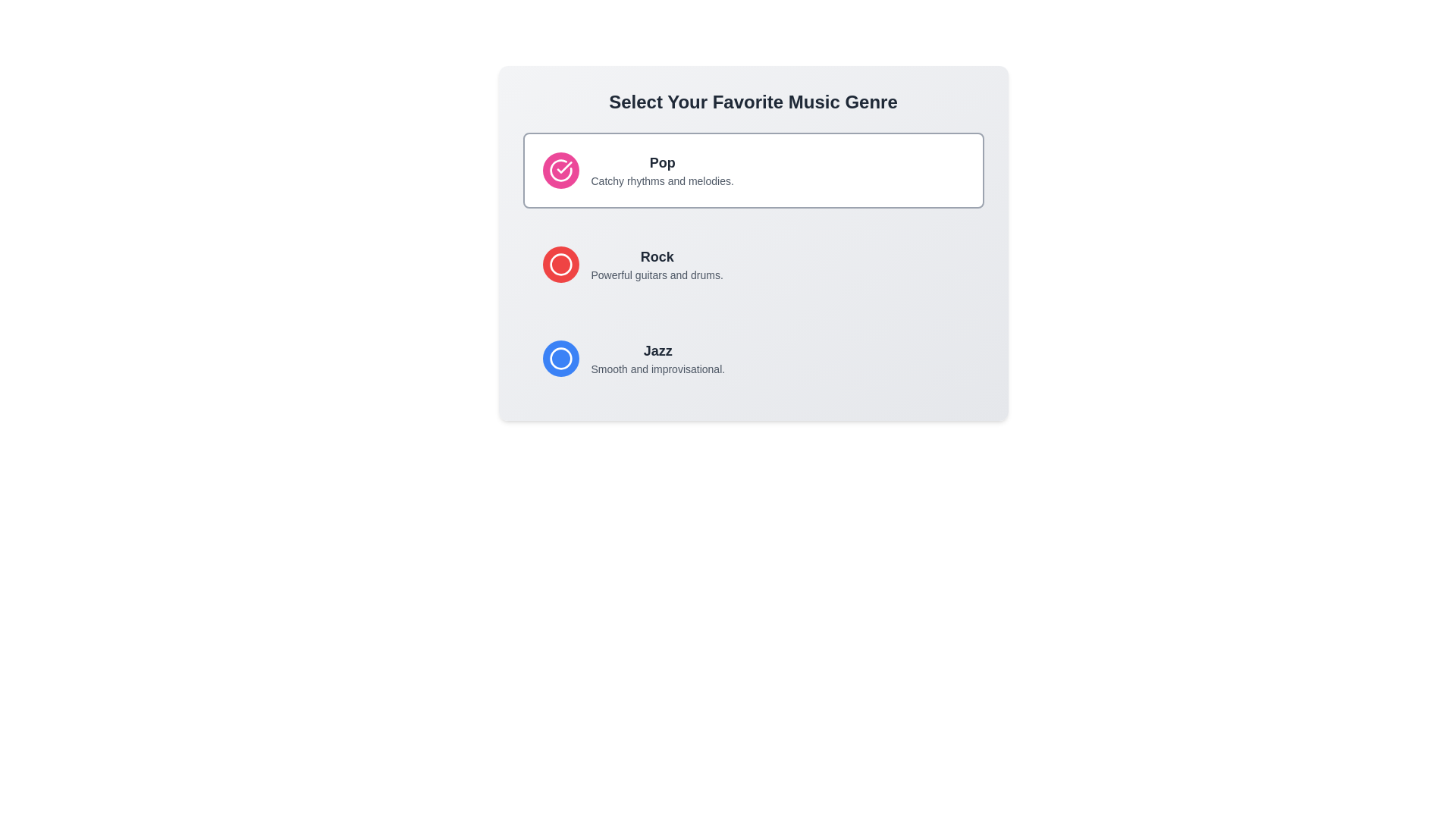  Describe the element at coordinates (657, 350) in the screenshot. I see `text label for the music genre option 'Jazz', which is located in the third position of a vertically stacked list of music genres` at that location.